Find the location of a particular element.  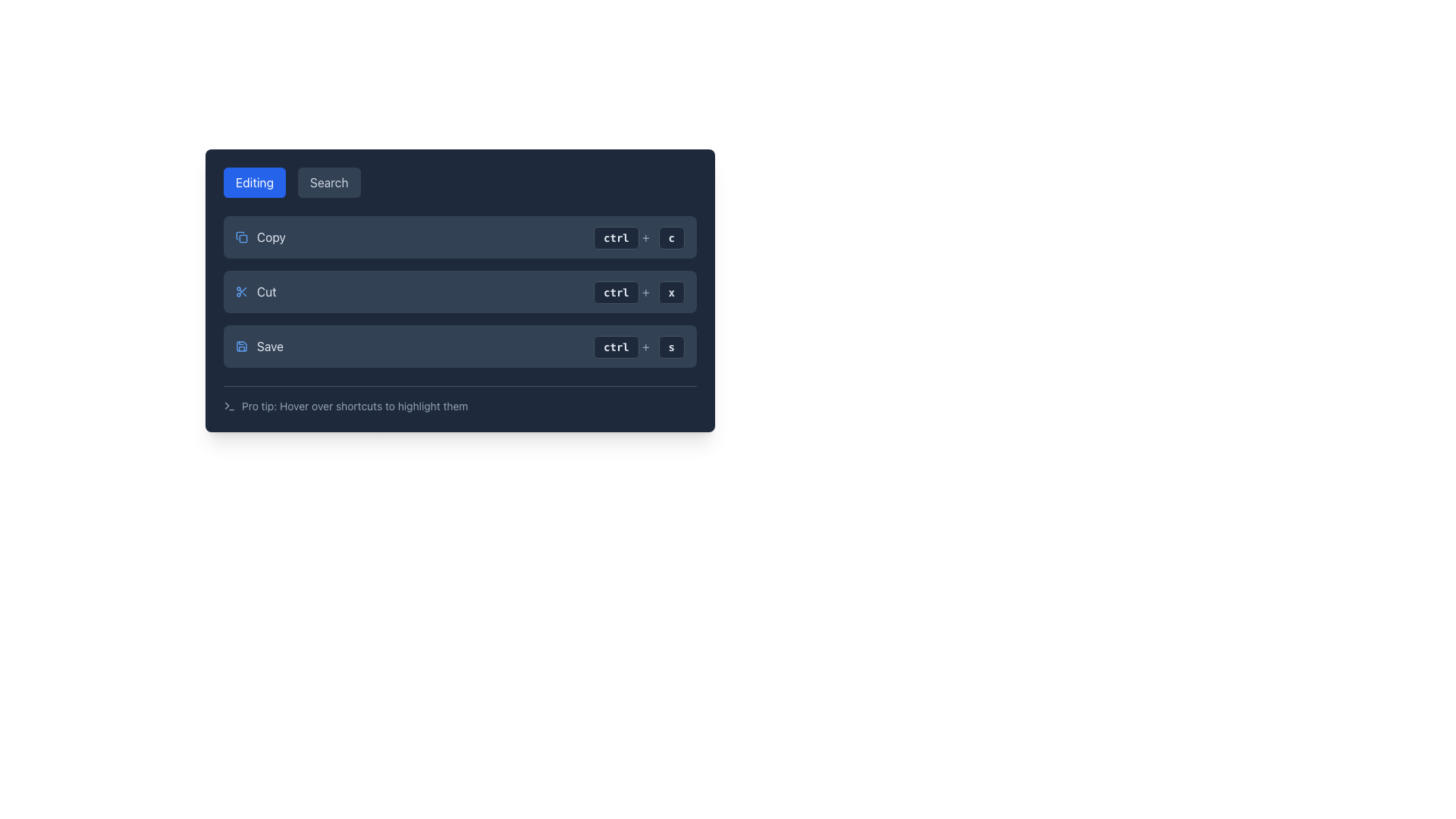

the stylized button-like display for the keyboard shortcut representation labeled 'ctrl+' which is part of the 'Save' shortcut keys is located at coordinates (623, 346).